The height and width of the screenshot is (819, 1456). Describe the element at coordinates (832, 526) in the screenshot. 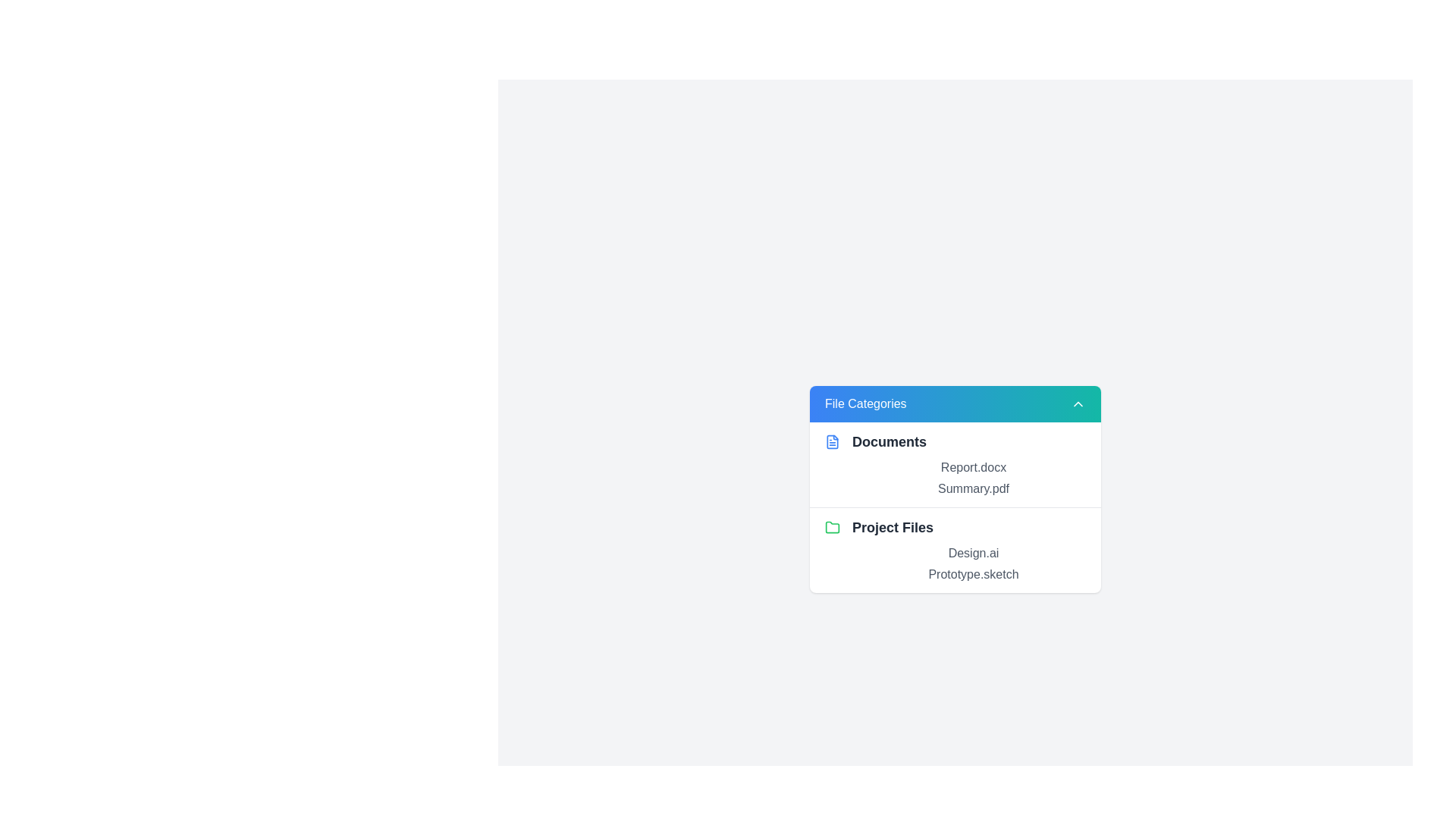

I see `the green folder SVG icon located next to the 'Project Files' text in the UI` at that location.